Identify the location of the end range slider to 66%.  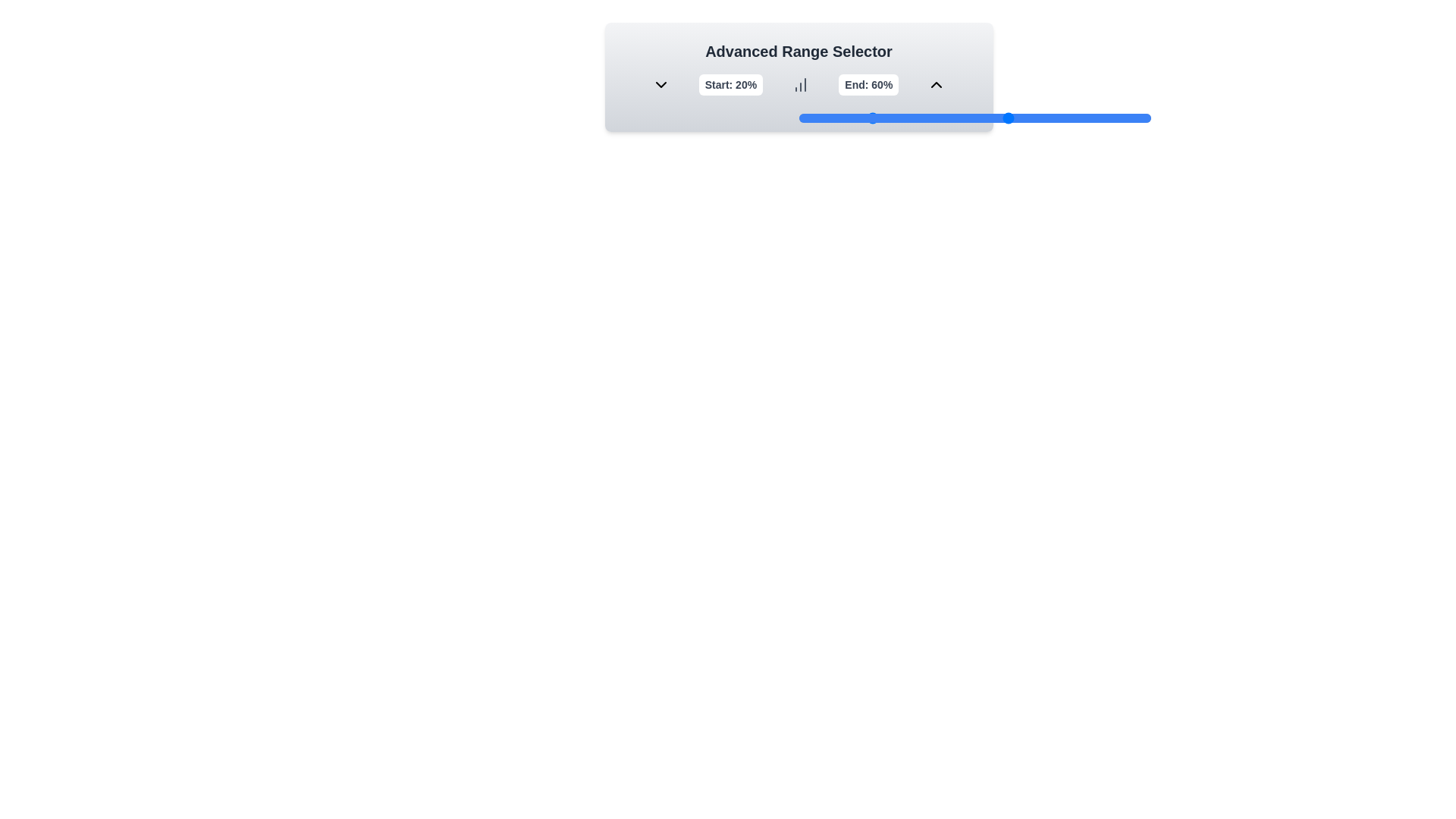
(1031, 117).